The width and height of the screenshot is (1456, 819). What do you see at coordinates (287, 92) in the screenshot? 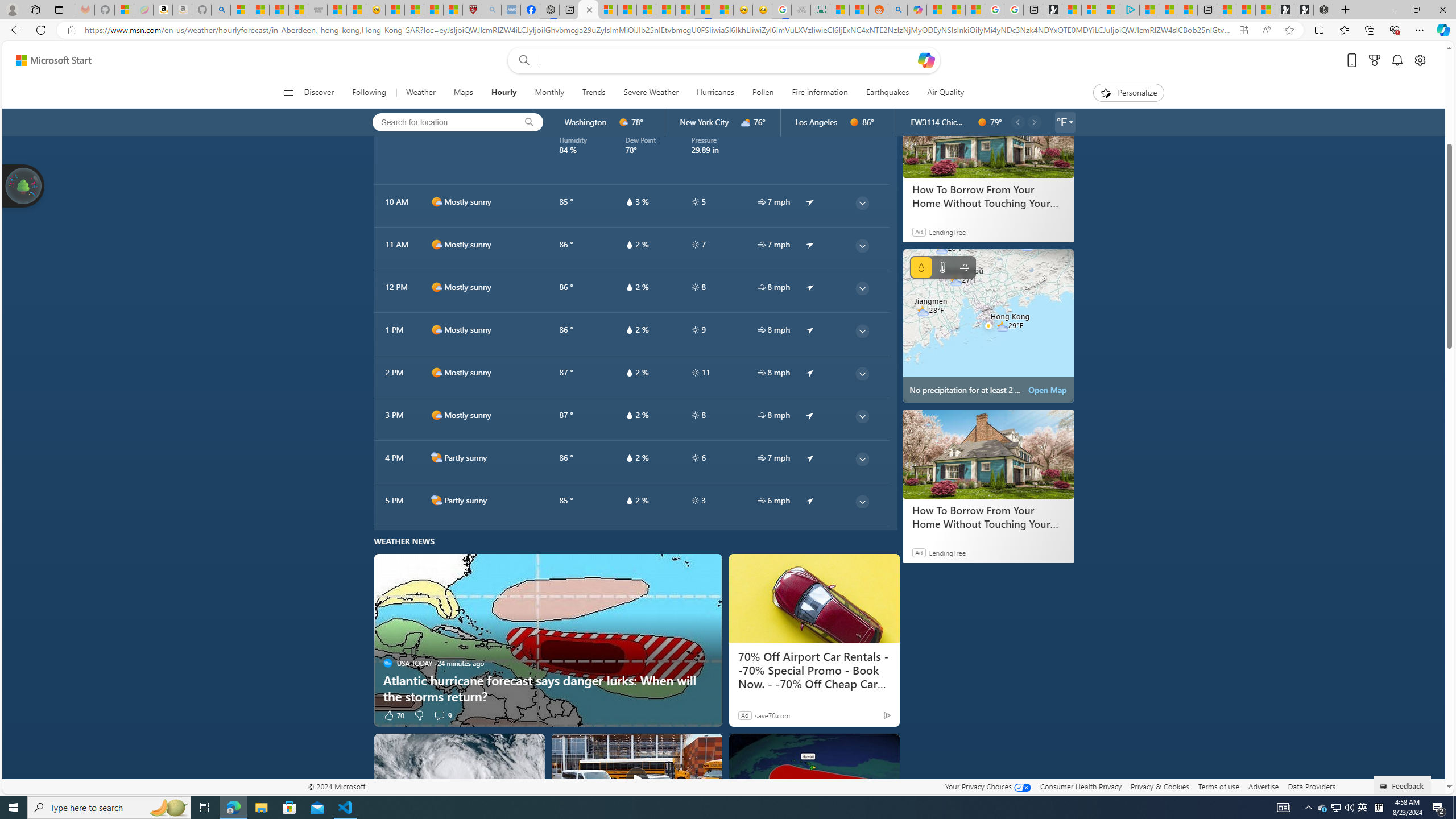
I see `'Open navigation menu'` at bounding box center [287, 92].